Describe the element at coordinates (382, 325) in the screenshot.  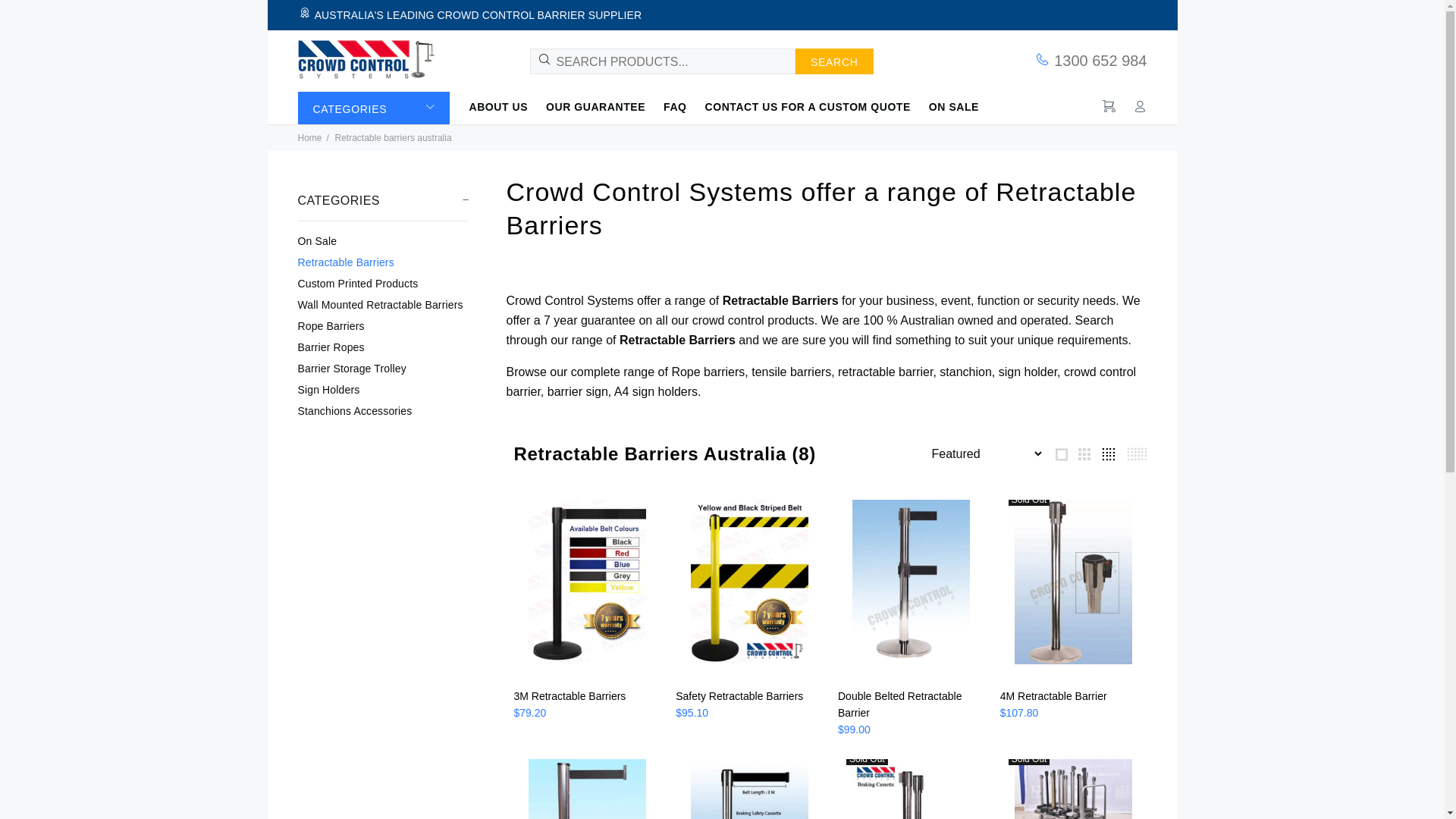
I see `'Rope Barriers'` at that location.